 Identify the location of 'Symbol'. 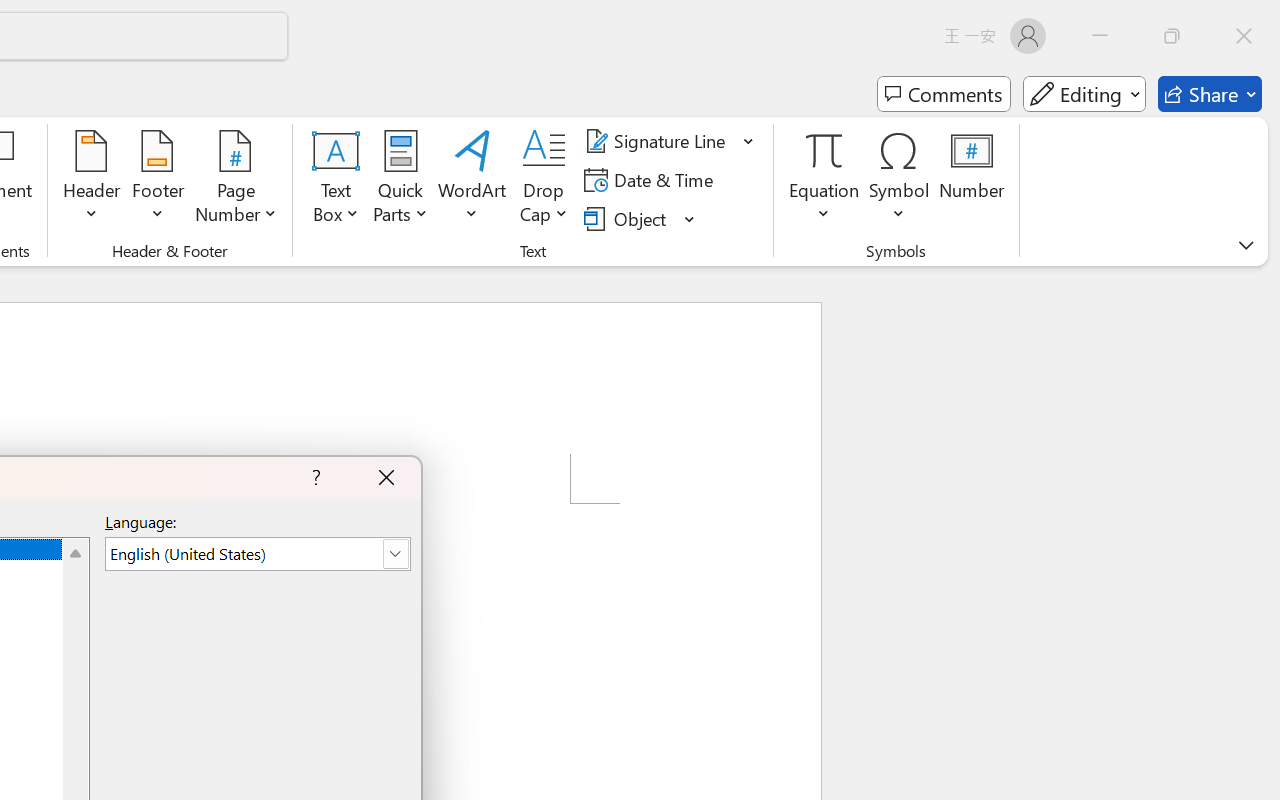
(898, 179).